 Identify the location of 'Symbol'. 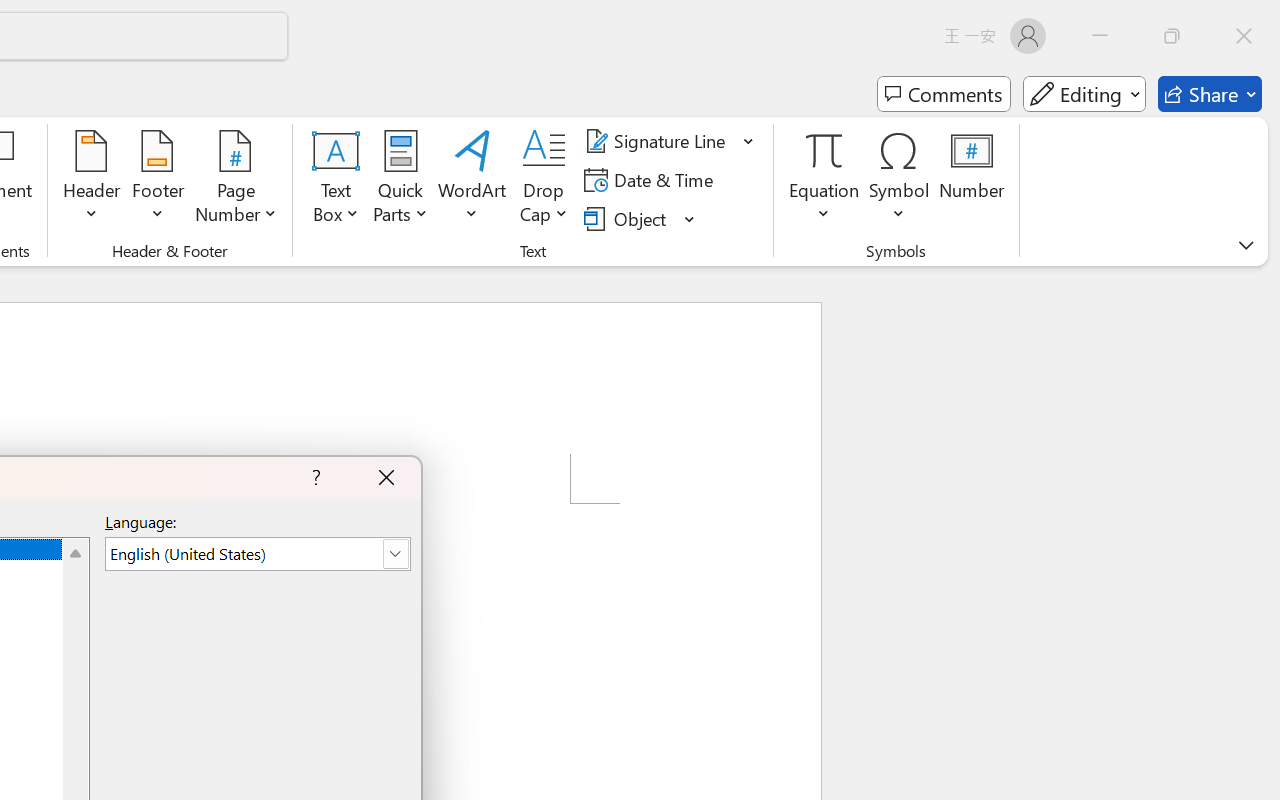
(898, 179).